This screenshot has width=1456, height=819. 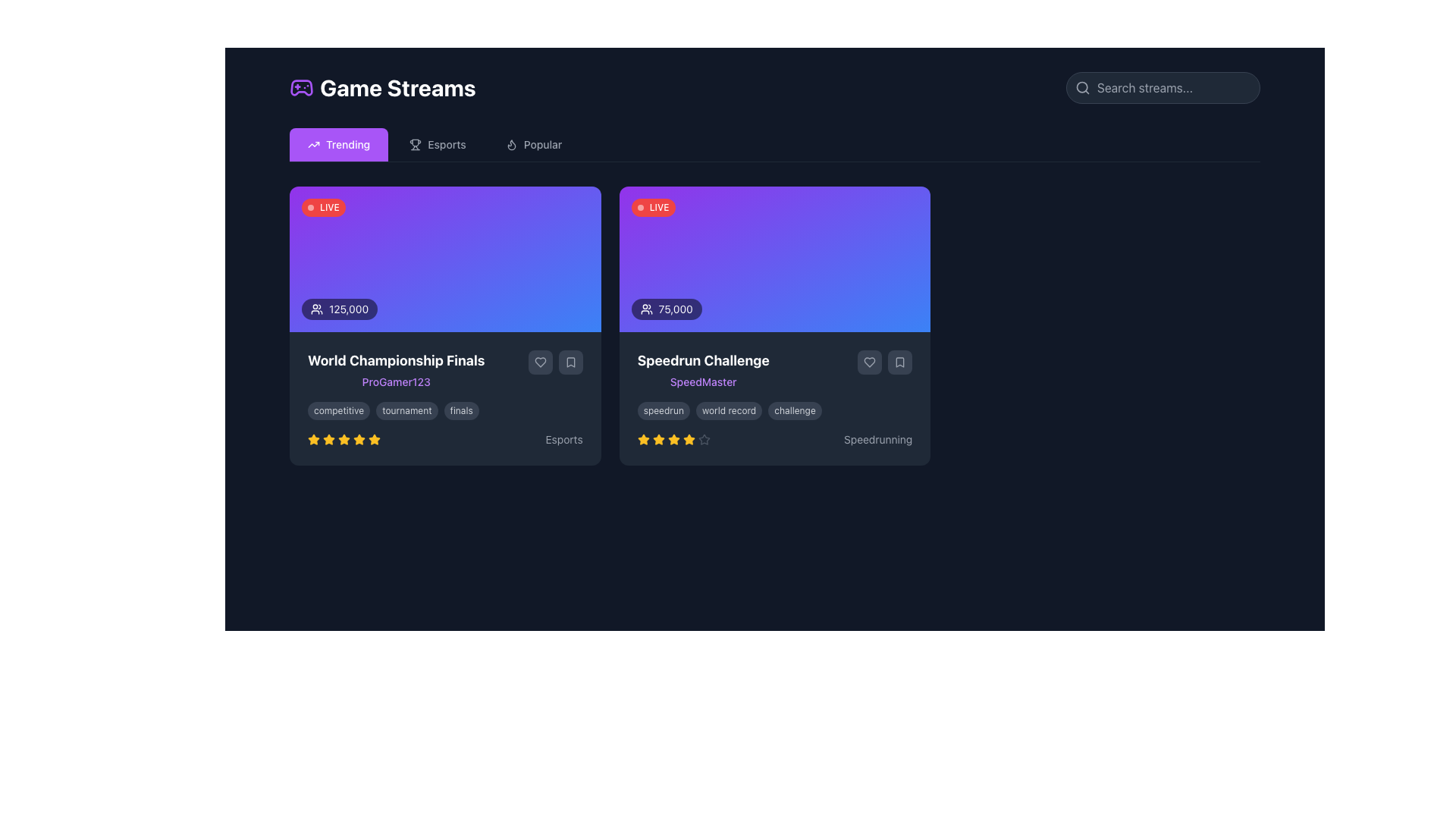 I want to click on the bookmark icon located in the bottom-right corner of the 'Speedrun Challenge' card by 'SpeedMaster', so click(x=900, y=362).